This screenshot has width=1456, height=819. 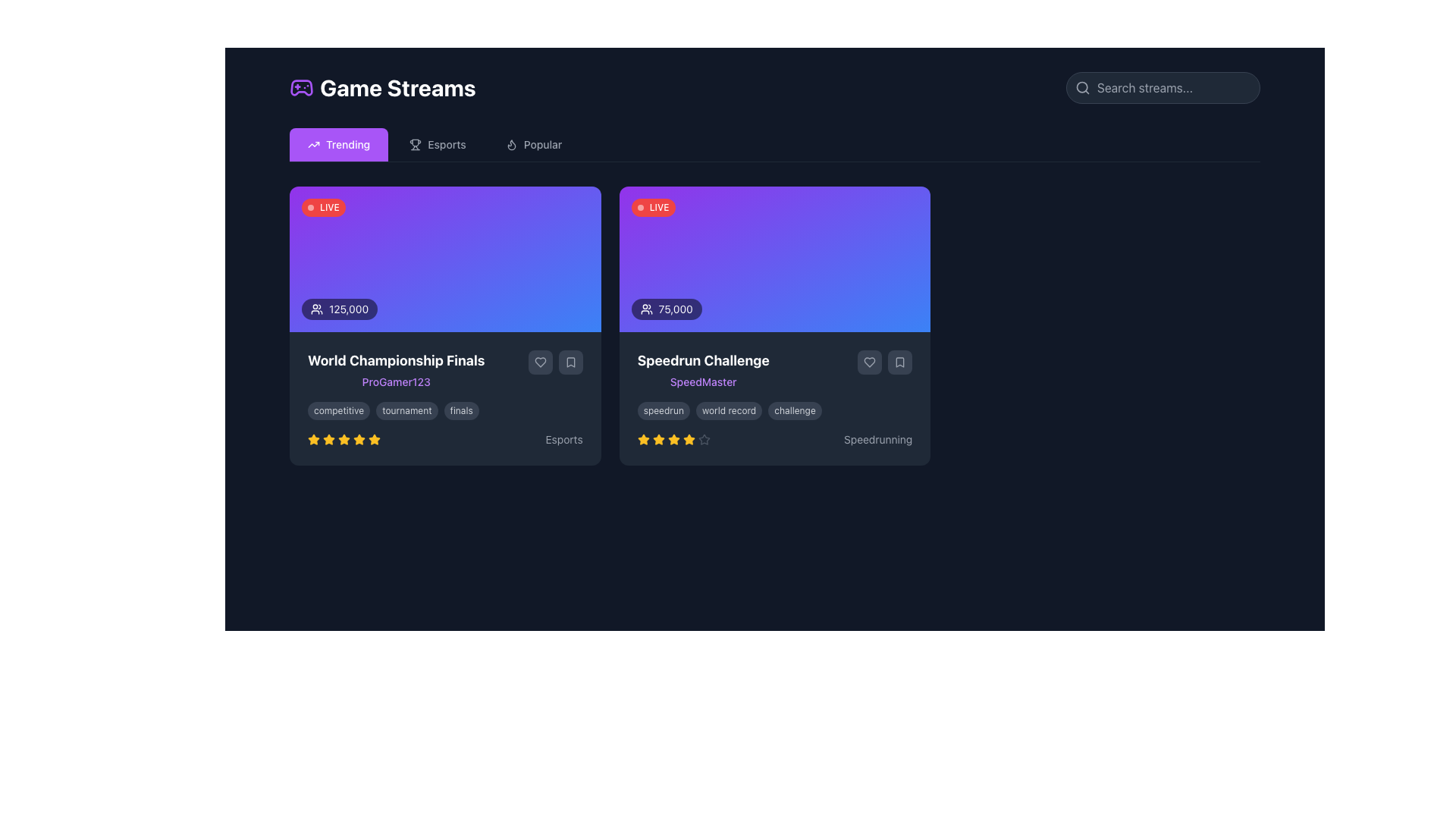 I want to click on the bookmark icon located in the bottom-right corner of the 'Speedrun Challenge' card by 'SpeedMaster', so click(x=900, y=362).